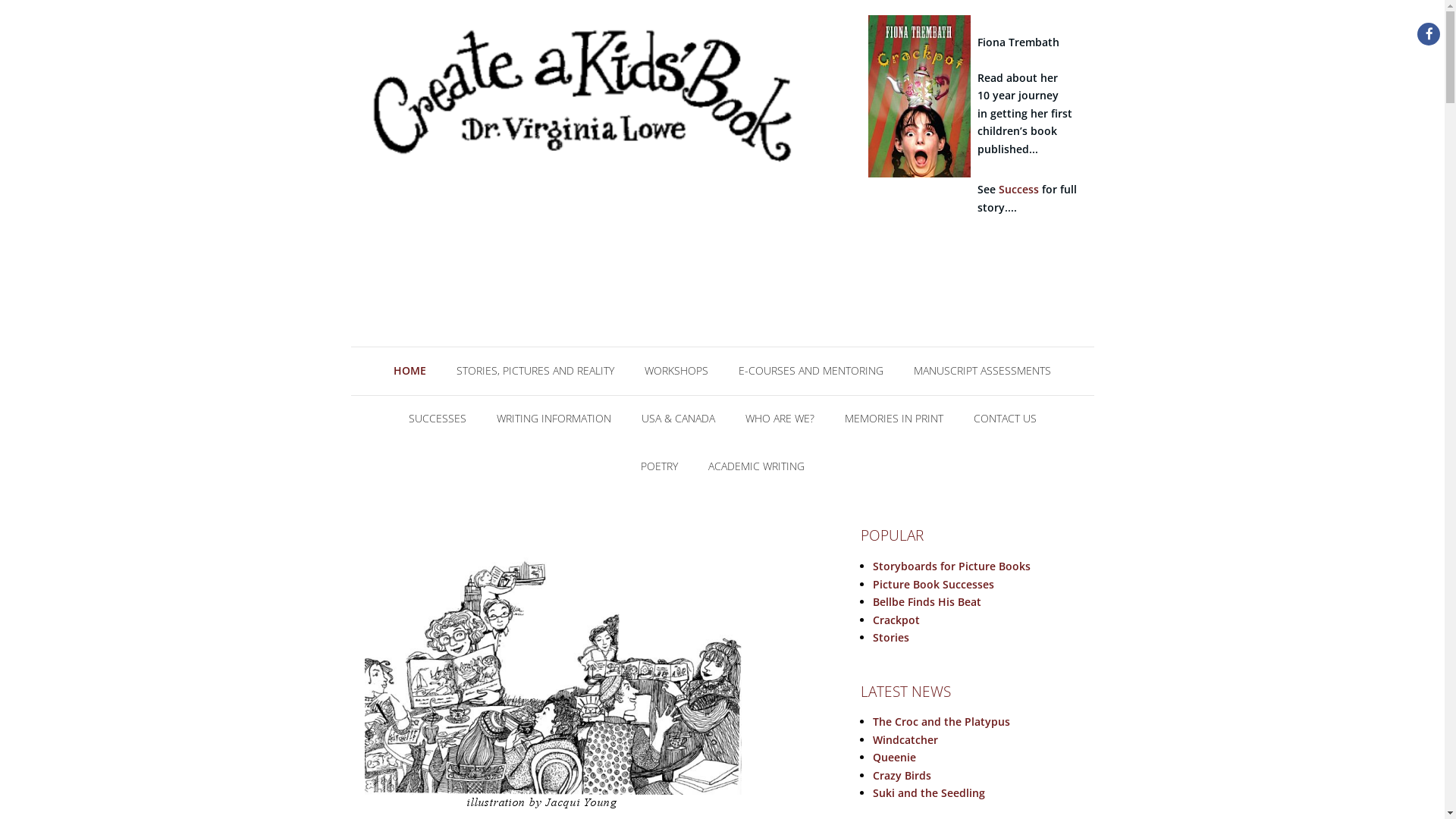  What do you see at coordinates (891, 637) in the screenshot?
I see `'Stories'` at bounding box center [891, 637].